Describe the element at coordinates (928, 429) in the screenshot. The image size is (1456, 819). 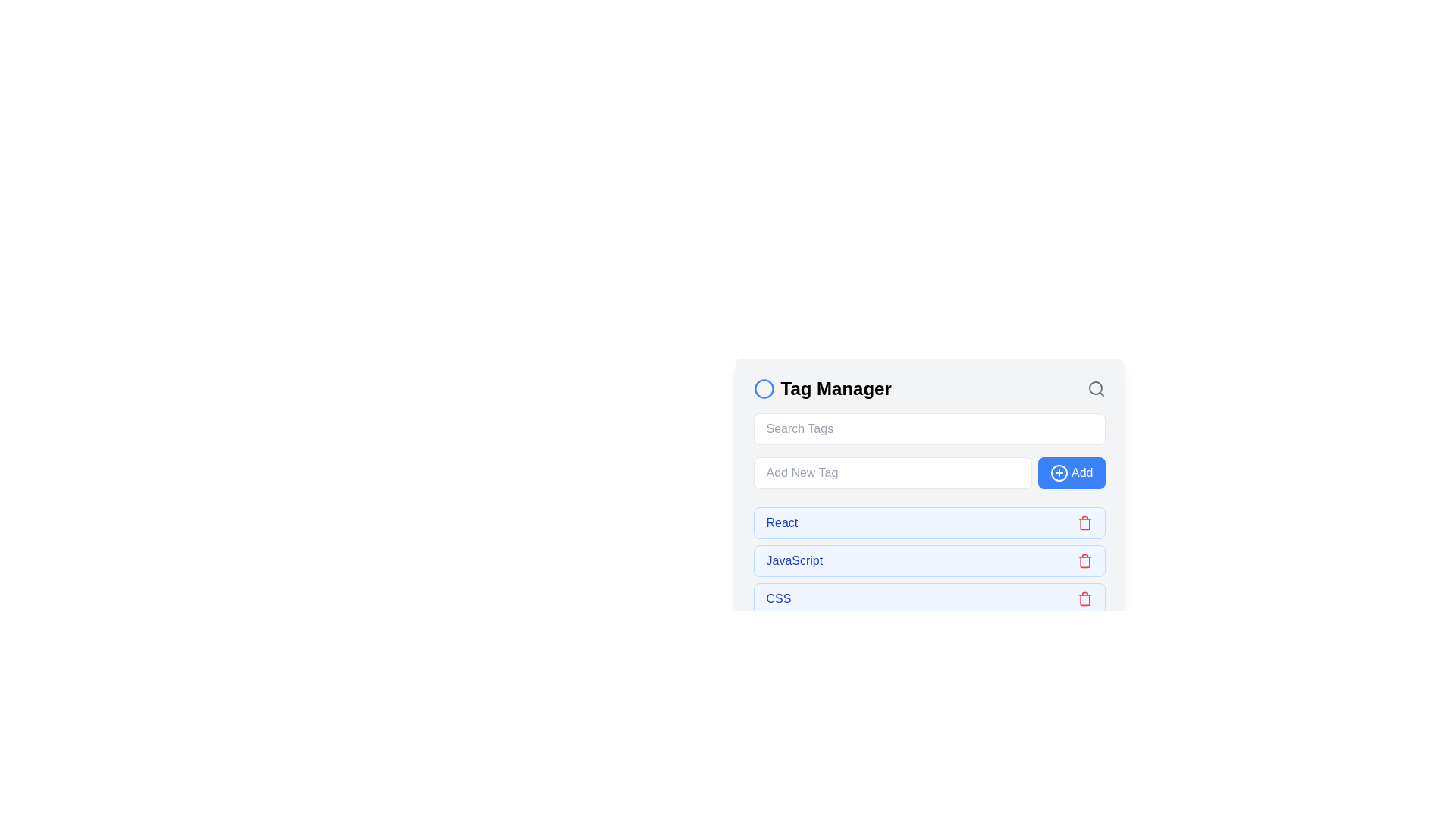
I see `the search bar input field in the 'Tag Manager' interface to focus on it for entering keywords or phrases` at that location.